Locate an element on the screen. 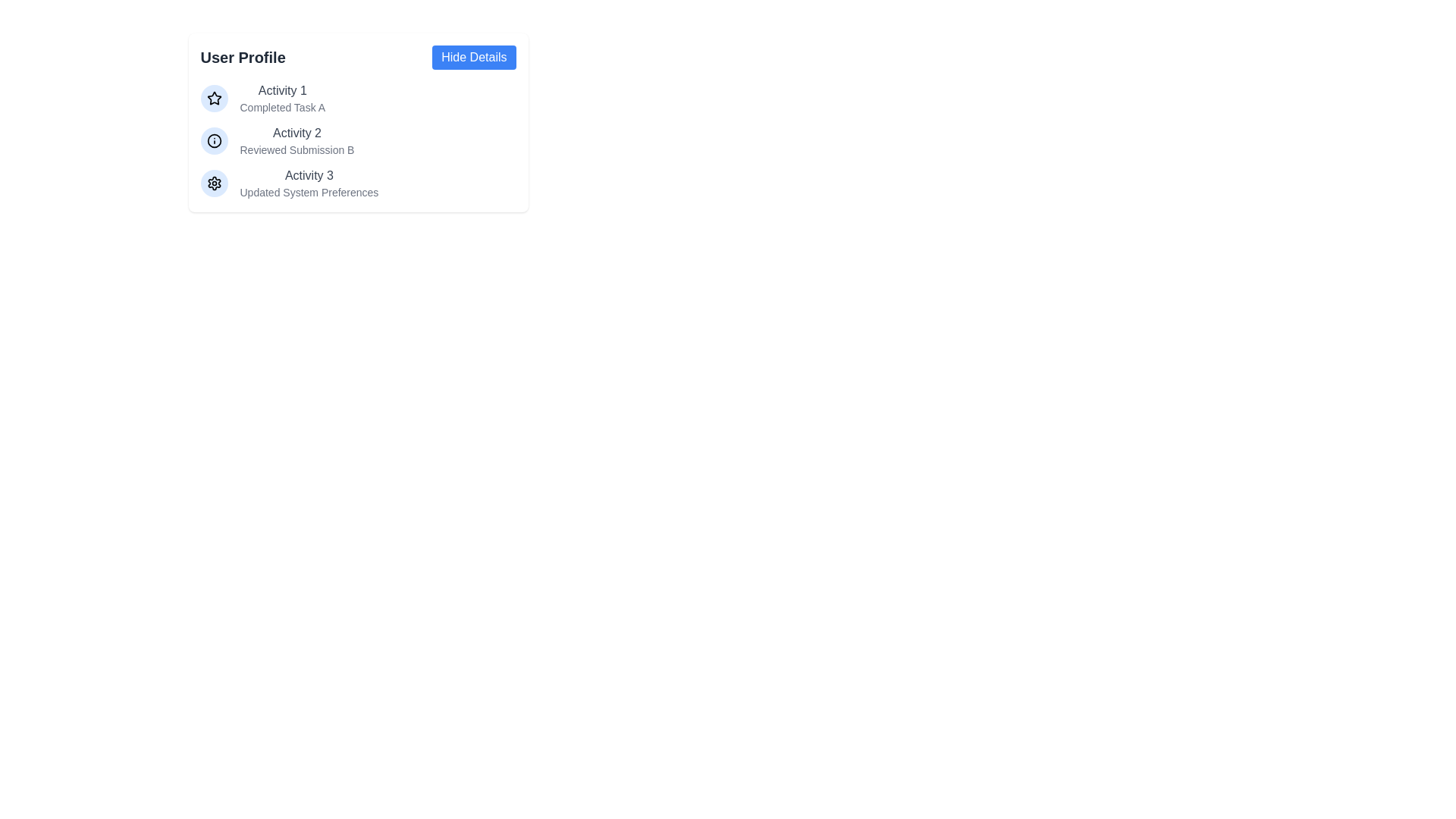 This screenshot has height=819, width=1456. the settings gear icon button with a light blue background that decoratively represents the concept of 'Activity 3' is located at coordinates (213, 183).